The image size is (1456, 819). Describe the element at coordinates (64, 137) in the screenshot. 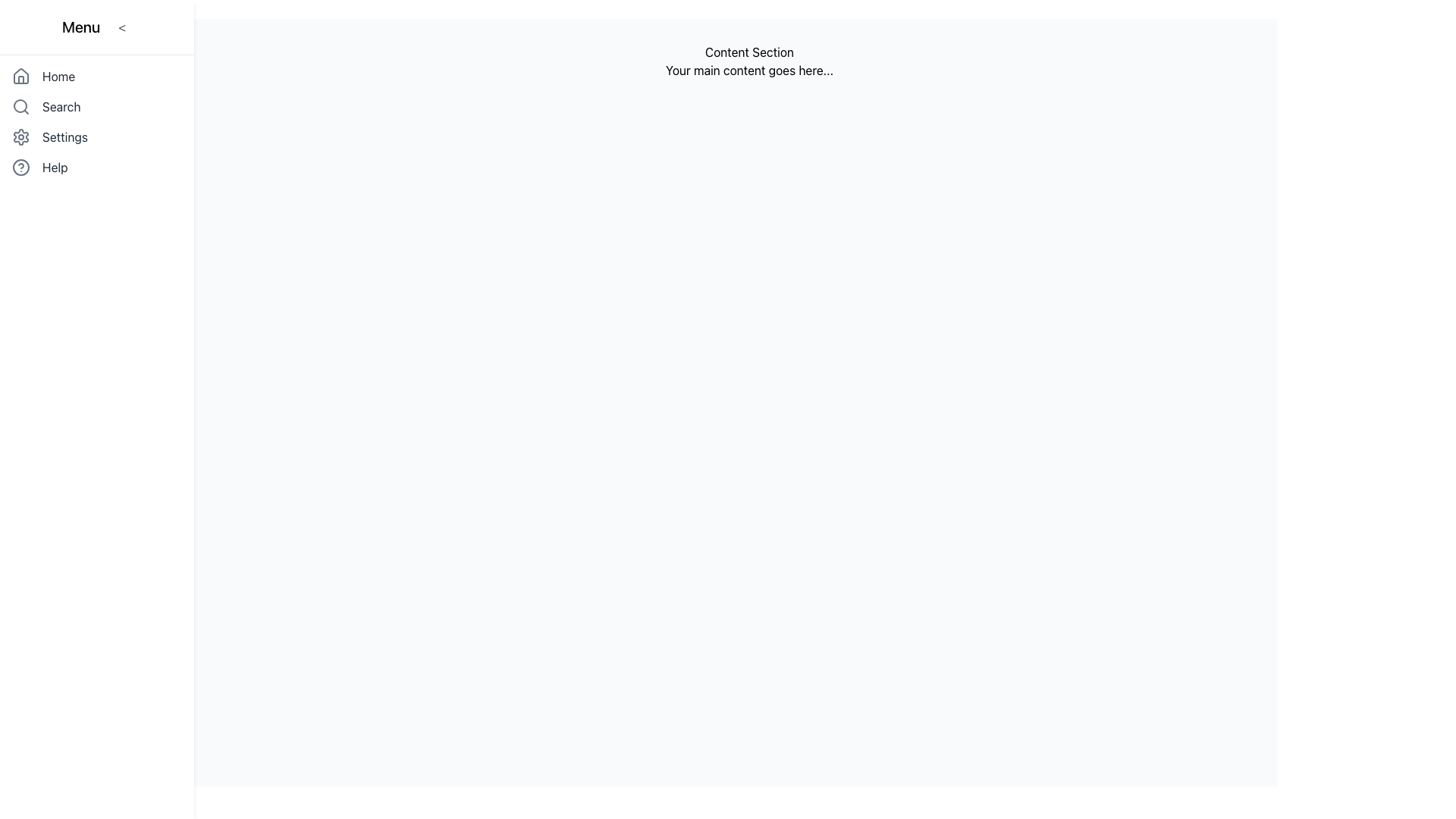

I see `the 'Settings' text label in the vertical navigation menu, which is the third entry under 'Menu' and is adjacent to a gear icon` at that location.